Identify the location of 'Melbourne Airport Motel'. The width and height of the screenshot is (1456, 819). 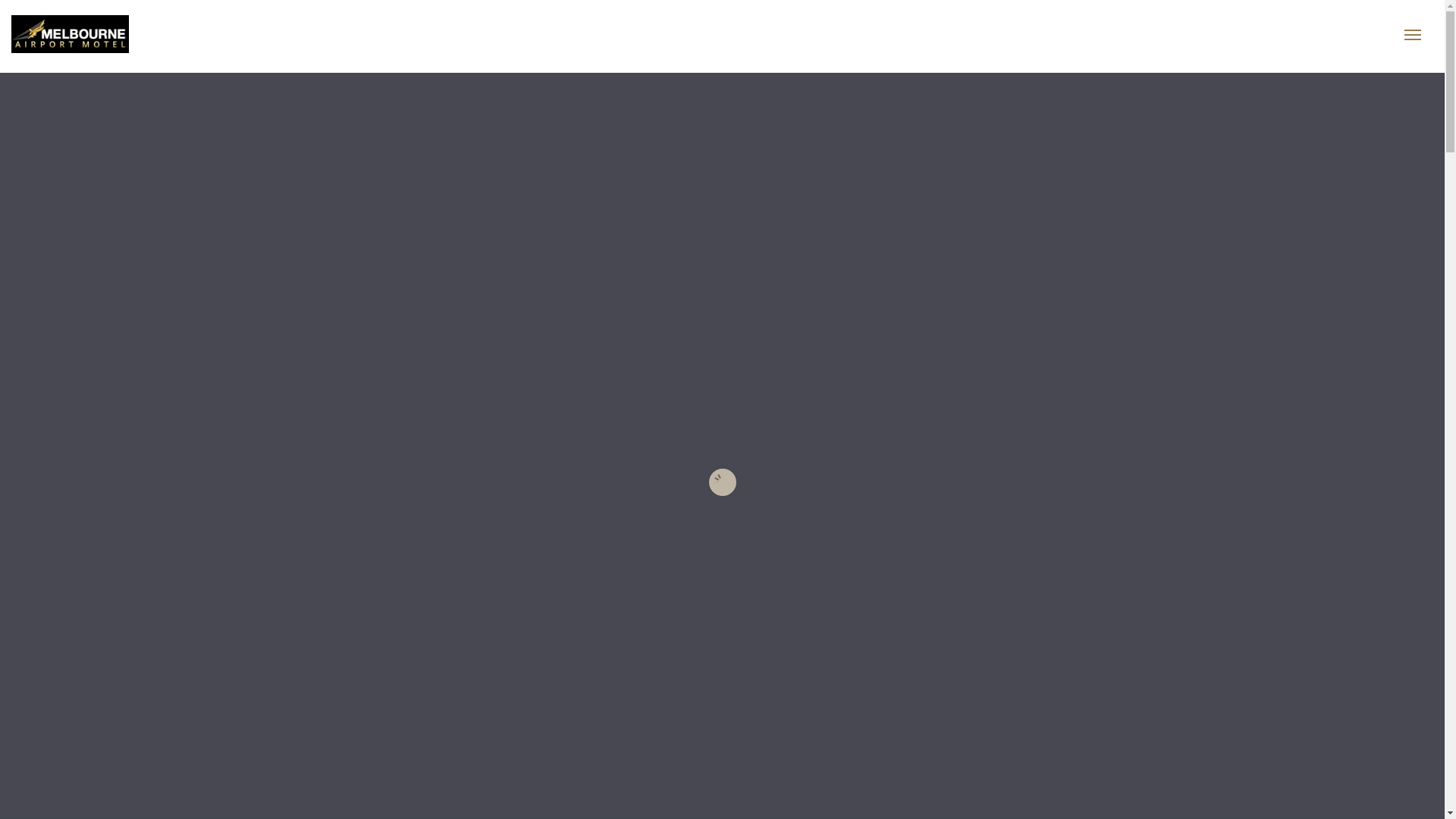
(119, 34).